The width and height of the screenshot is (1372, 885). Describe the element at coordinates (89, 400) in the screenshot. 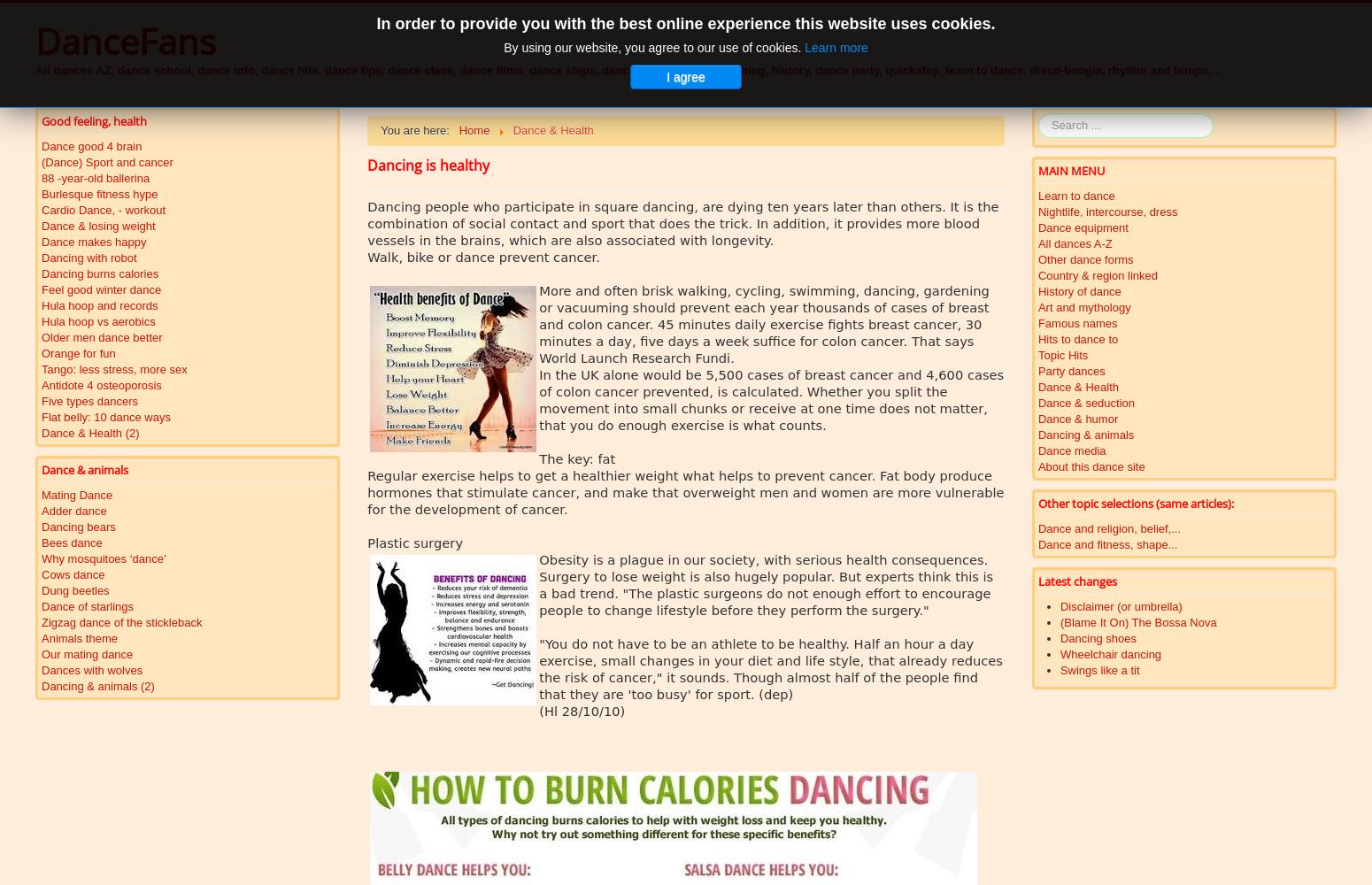

I see `'Five types dancers'` at that location.